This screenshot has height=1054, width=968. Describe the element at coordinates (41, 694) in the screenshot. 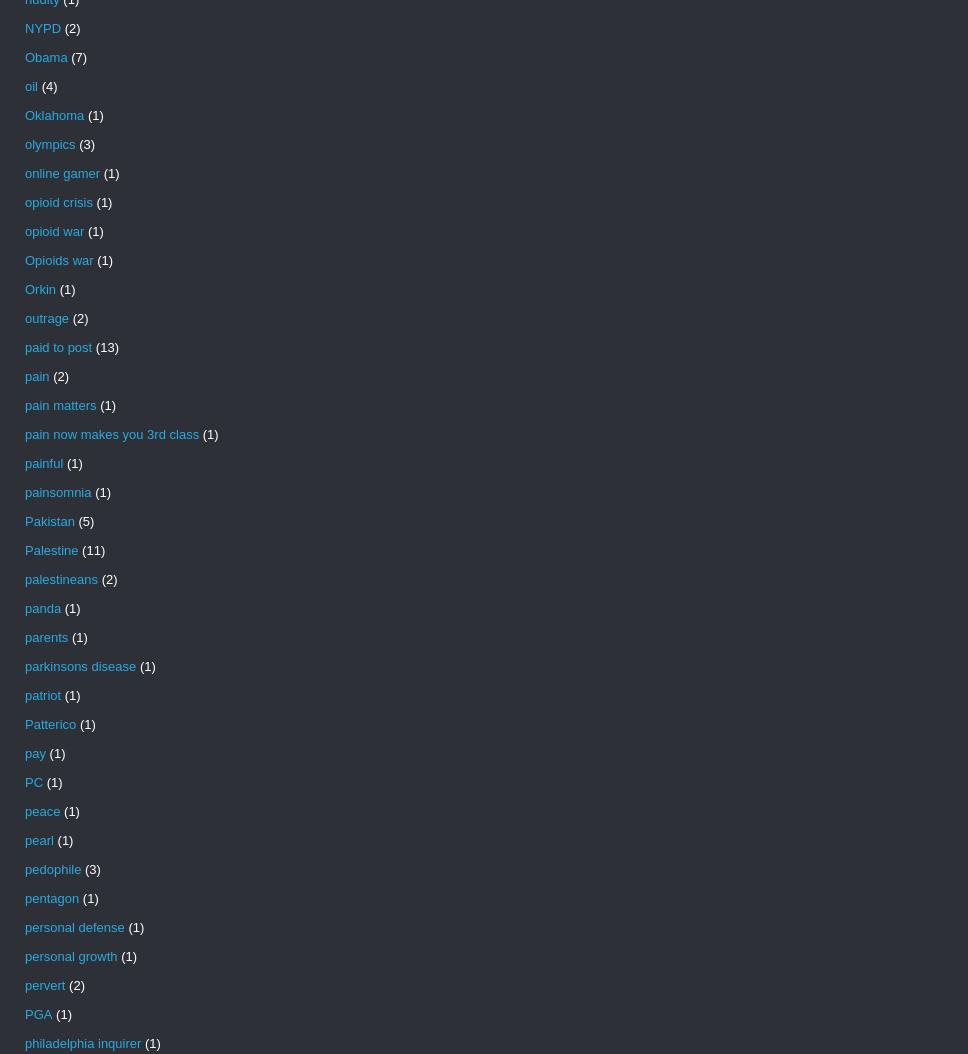

I see `'patriot'` at that location.